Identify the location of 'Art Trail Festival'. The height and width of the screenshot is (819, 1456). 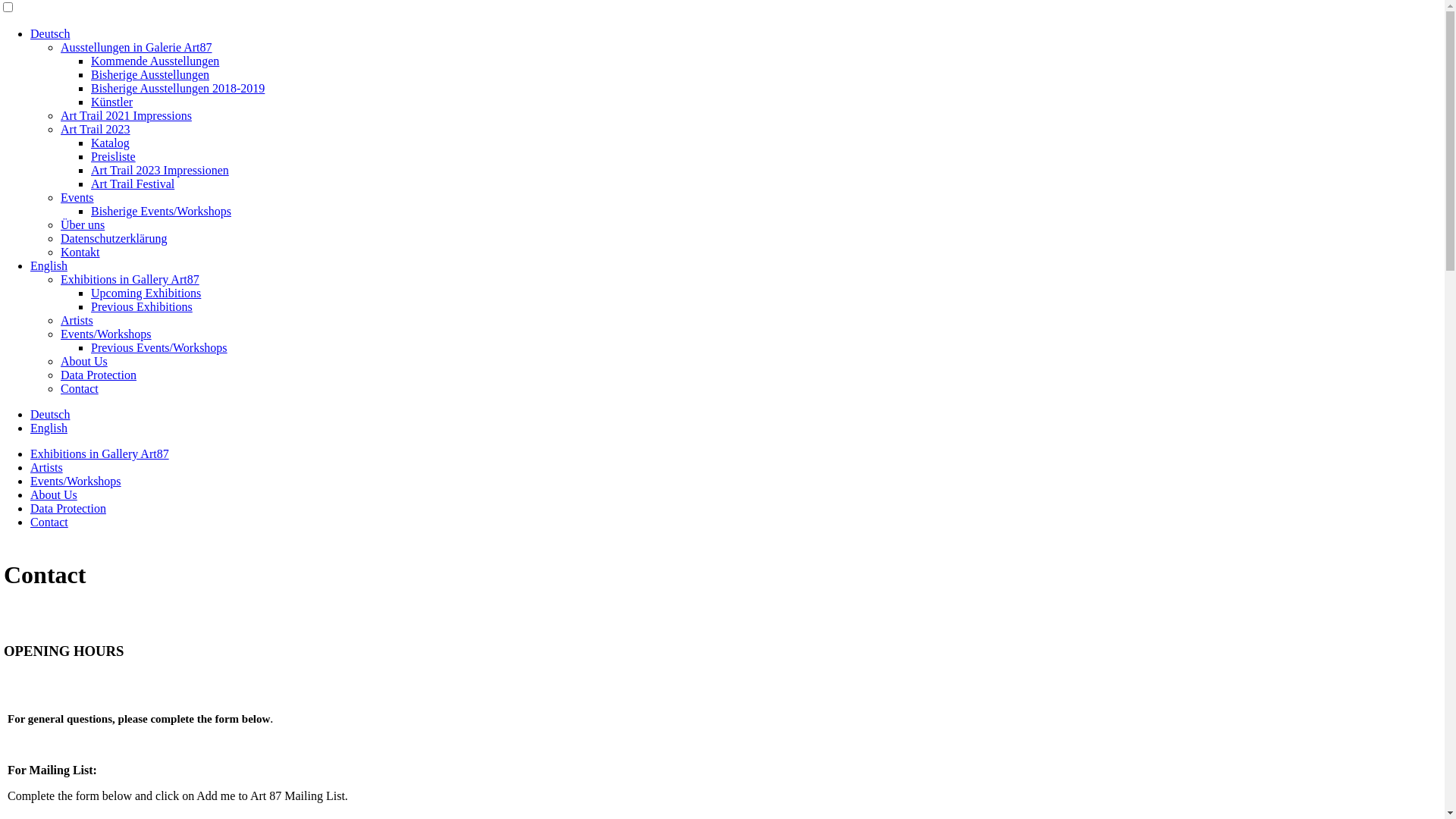
(132, 183).